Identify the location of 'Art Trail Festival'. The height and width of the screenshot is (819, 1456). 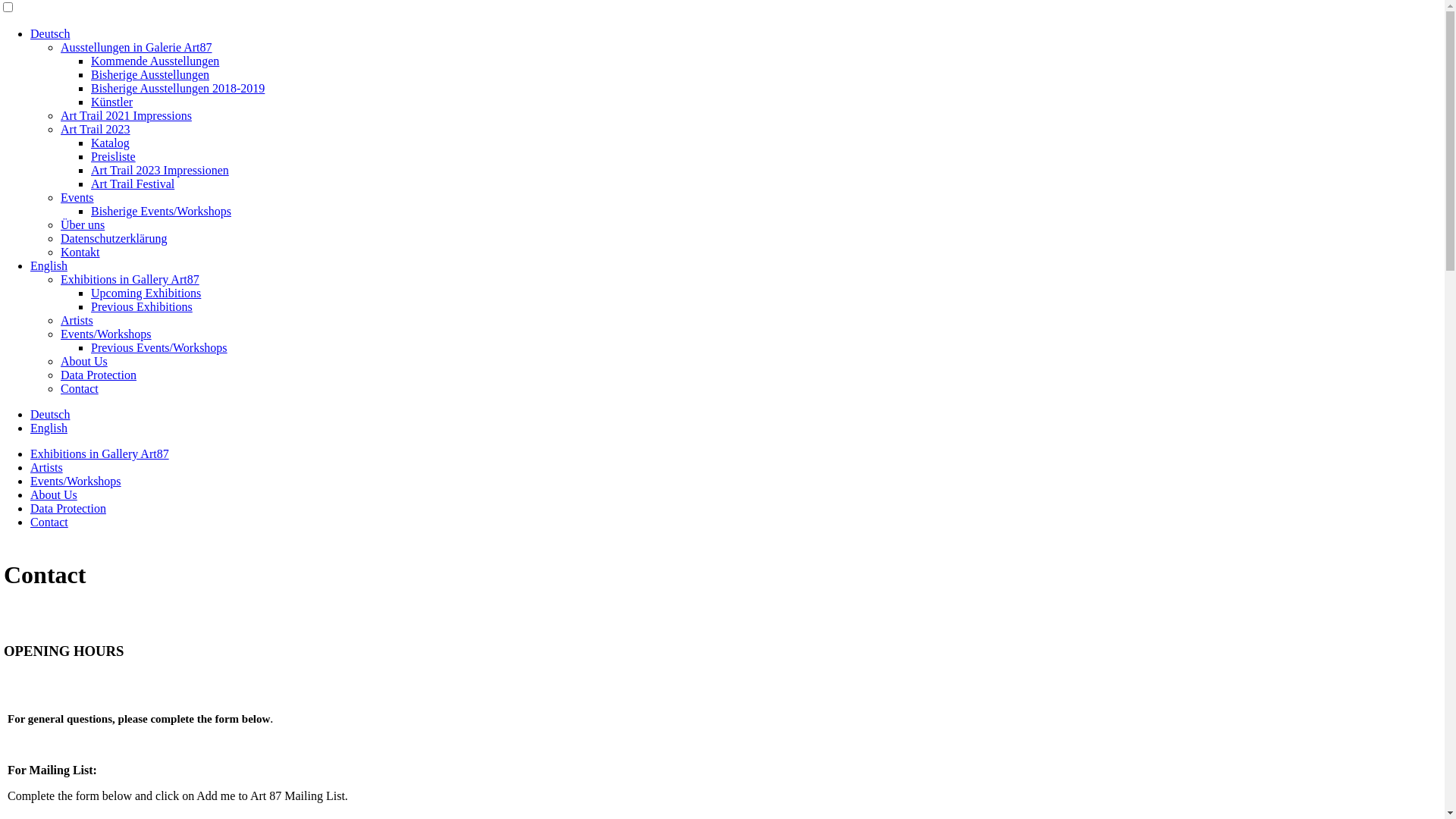
(132, 183).